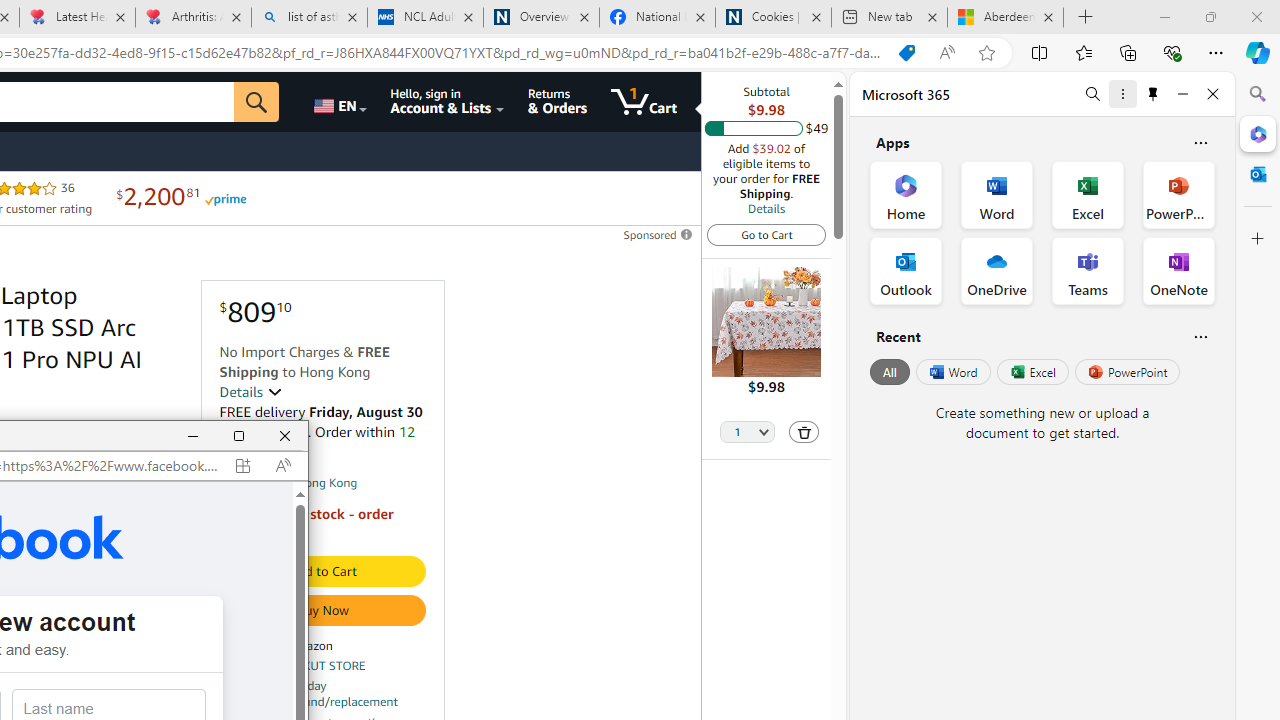  What do you see at coordinates (765, 208) in the screenshot?
I see `'Details'` at bounding box center [765, 208].